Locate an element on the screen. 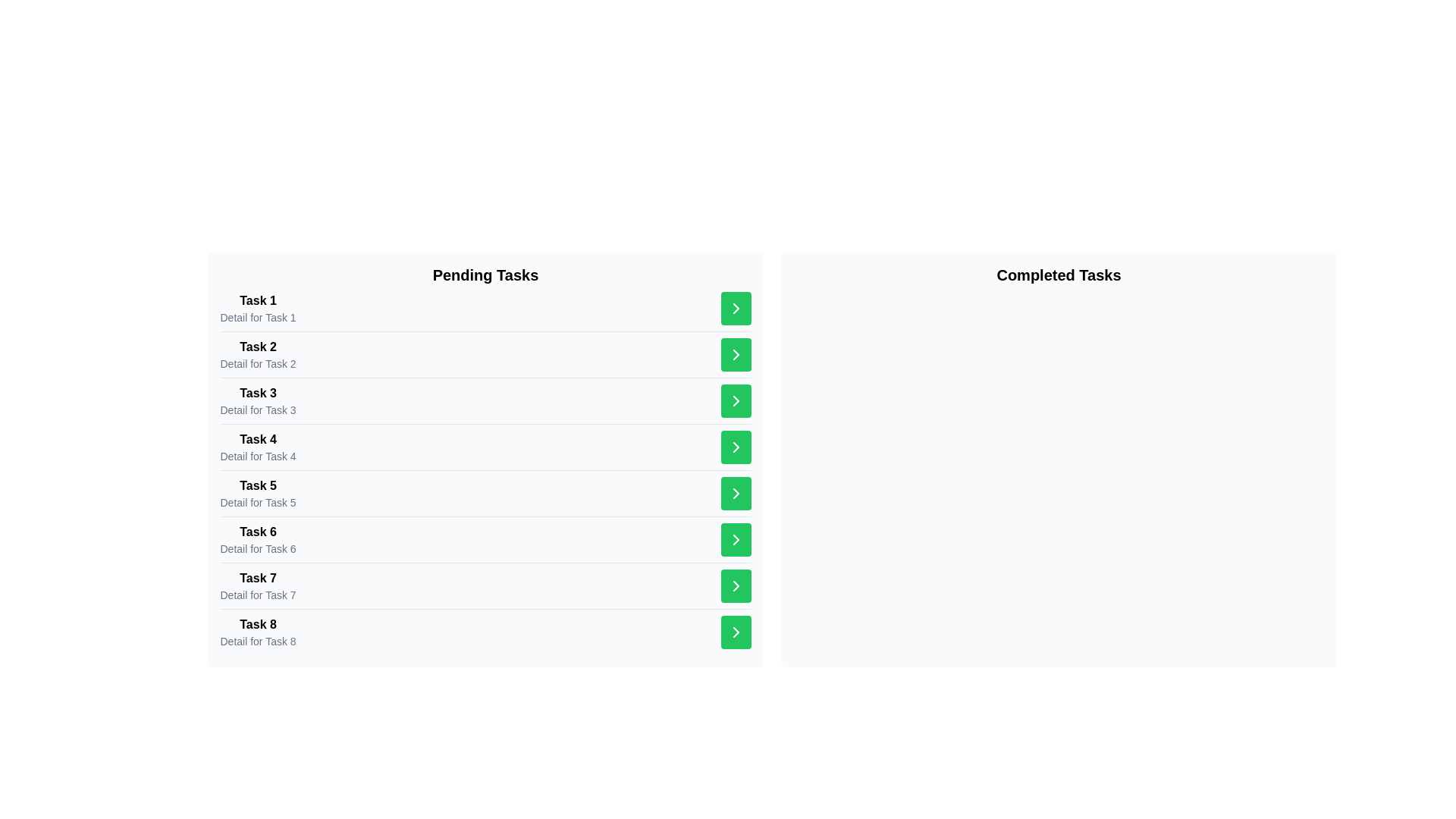 The height and width of the screenshot is (819, 1456). the button located to the far-right of the entry labeled 'Task 7' under the 'Pending Tasks' column is located at coordinates (736, 585).